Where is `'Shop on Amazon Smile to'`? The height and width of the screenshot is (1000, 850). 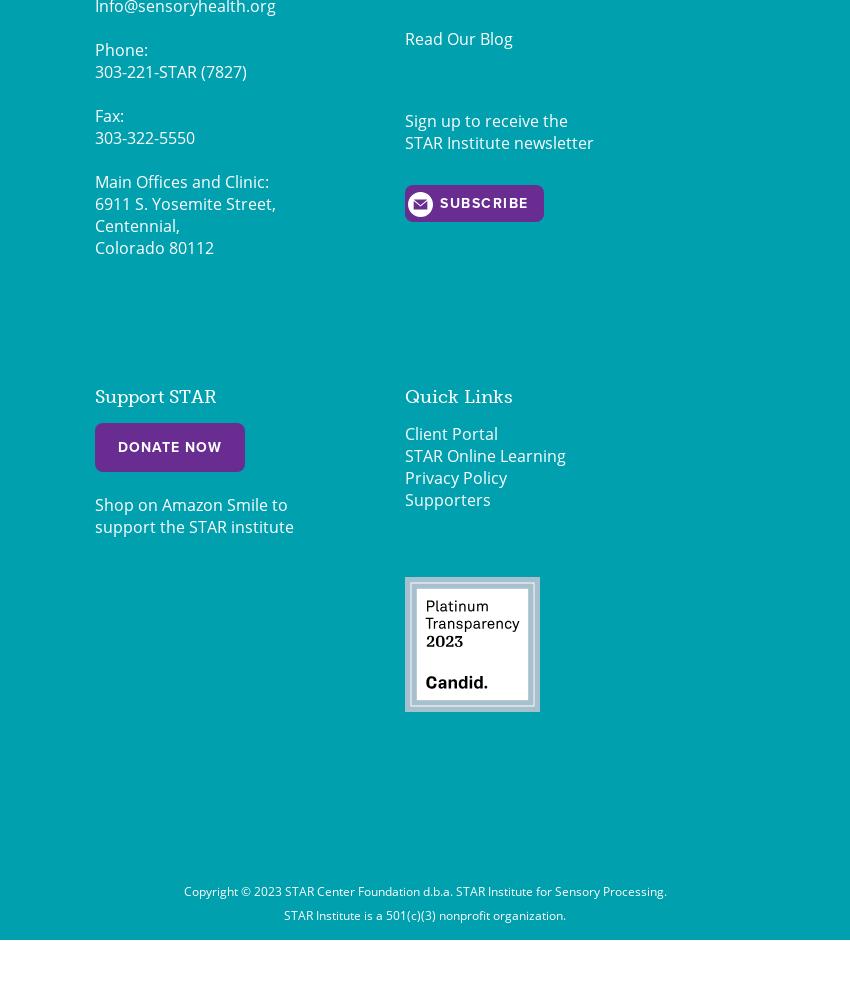
'Shop on Amazon Smile to' is located at coordinates (190, 504).